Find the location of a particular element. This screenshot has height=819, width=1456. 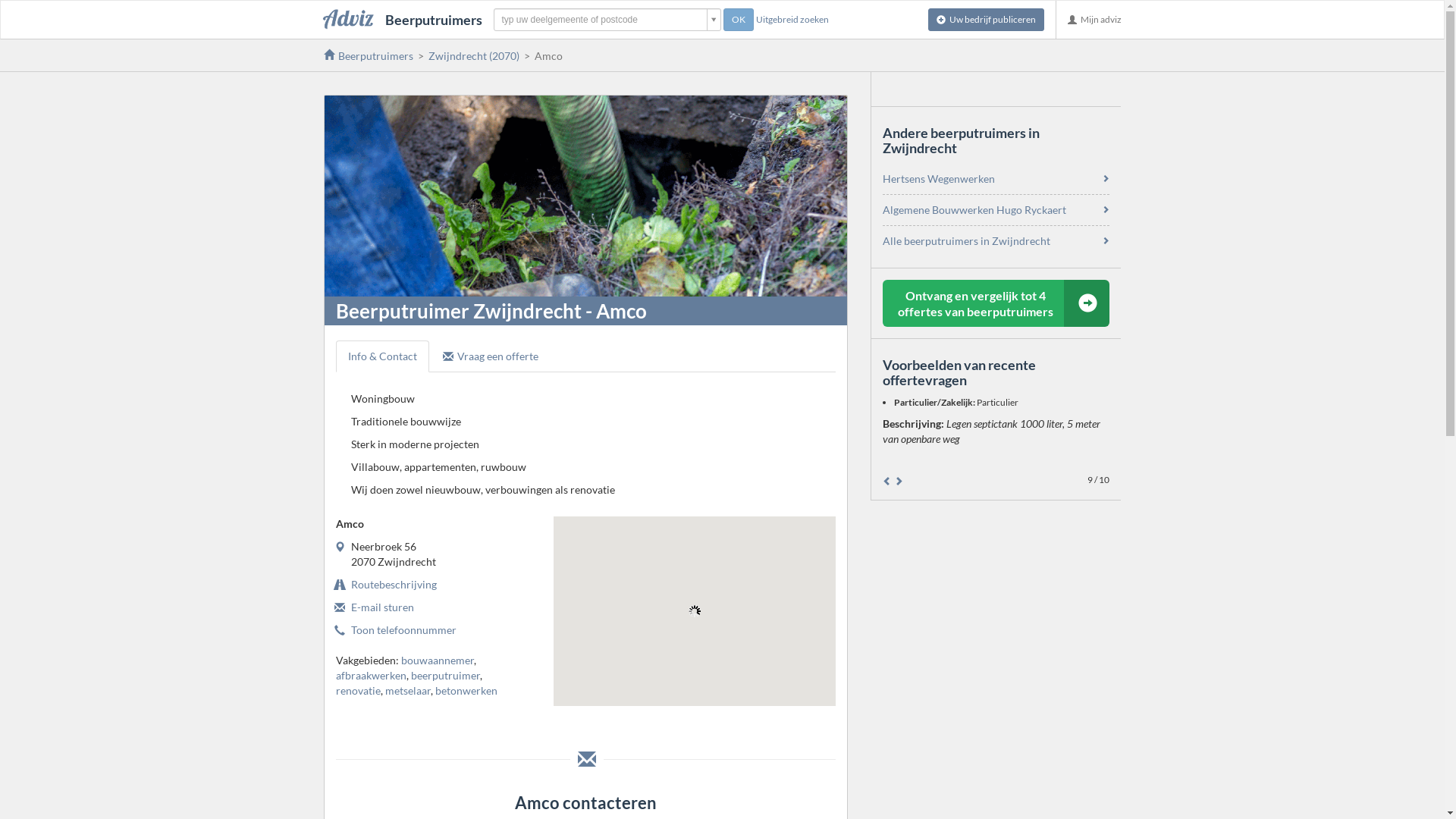

'betonwerken' is located at coordinates (465, 690).